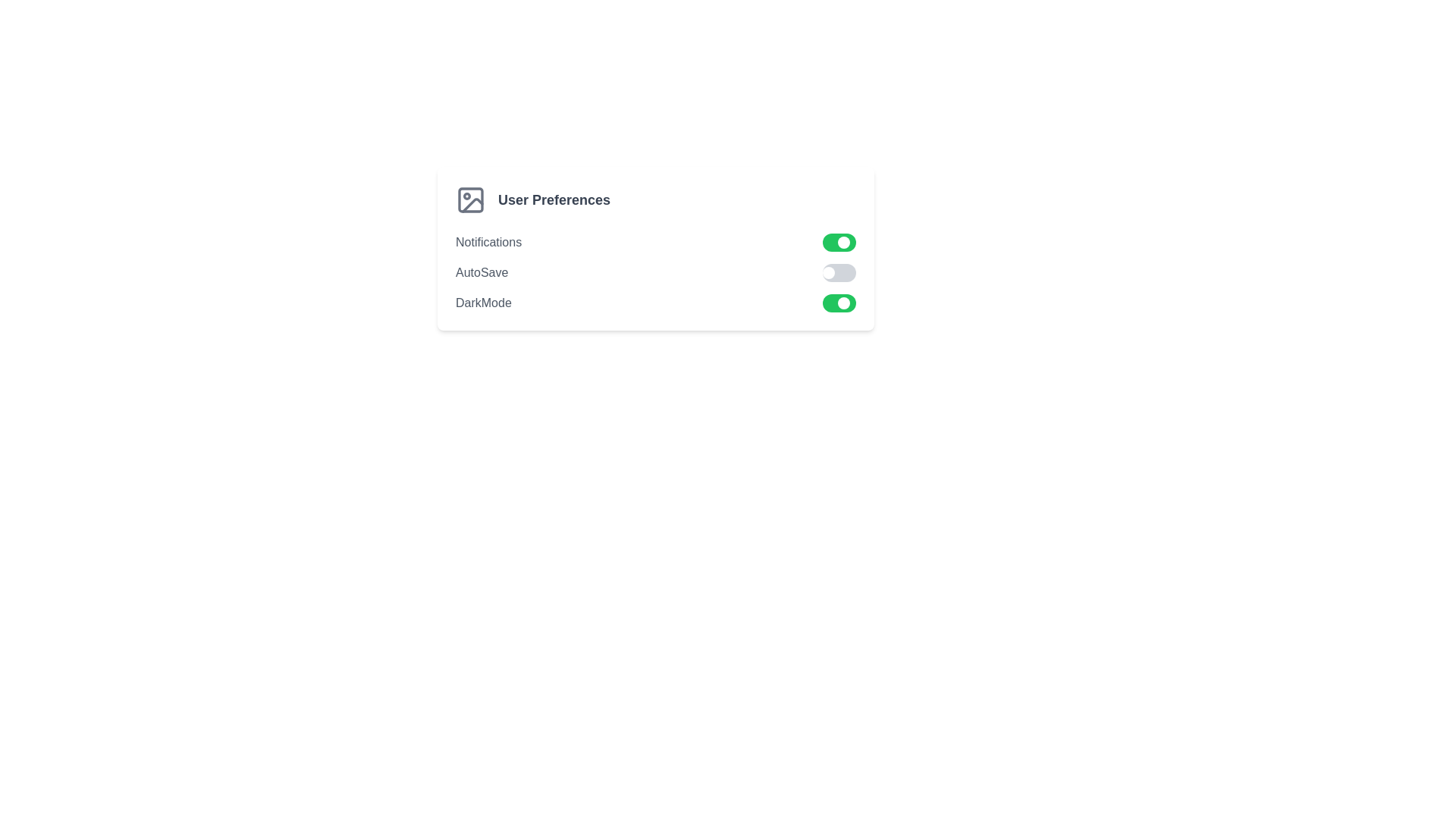 This screenshot has height=819, width=1456. What do you see at coordinates (839, 242) in the screenshot?
I see `the toggle switch with a green background indicating its active state, located in the right section of the 'Notifications' row in the settings panel` at bounding box center [839, 242].